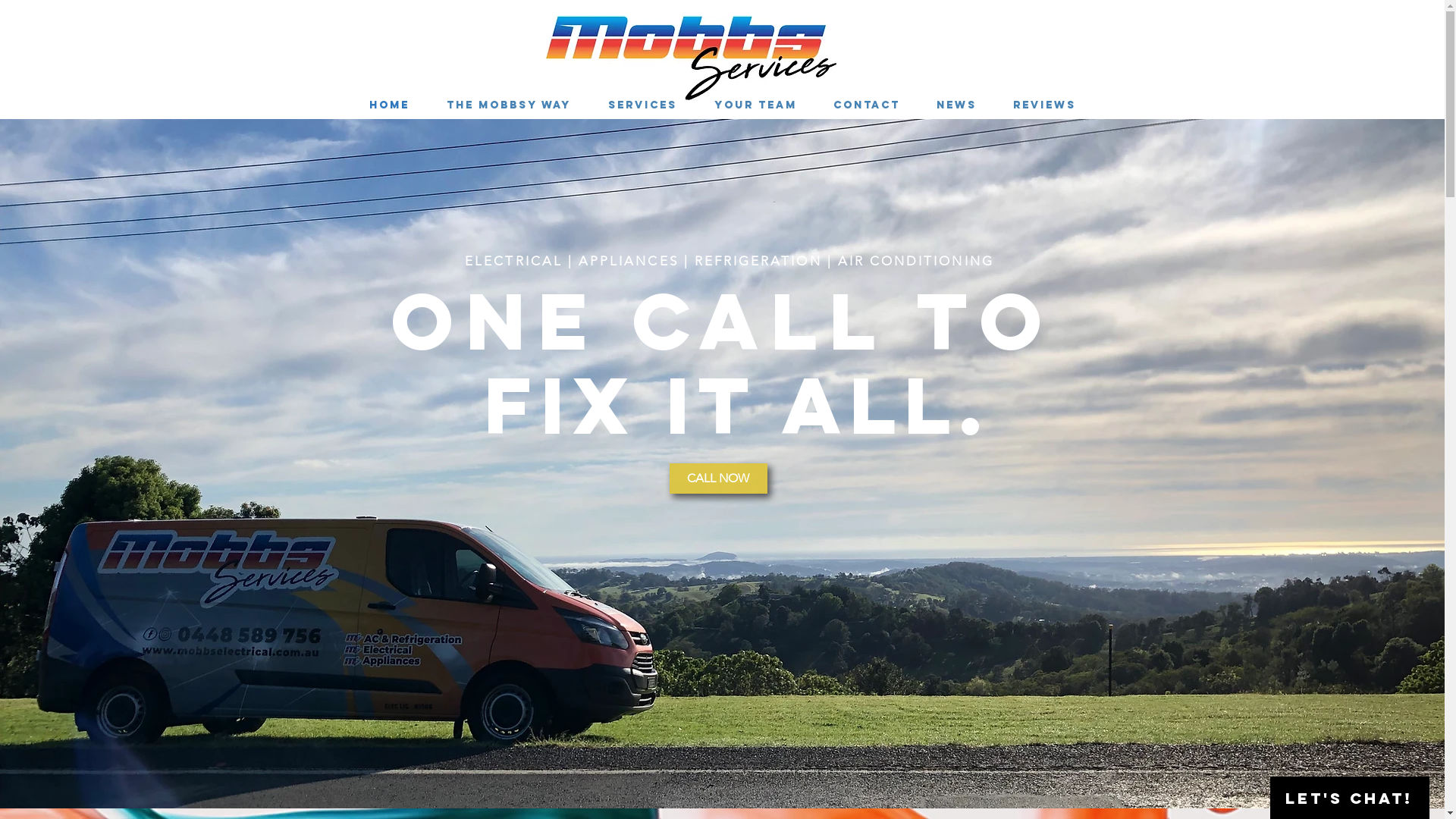  I want to click on 'SERVICES', so click(643, 104).